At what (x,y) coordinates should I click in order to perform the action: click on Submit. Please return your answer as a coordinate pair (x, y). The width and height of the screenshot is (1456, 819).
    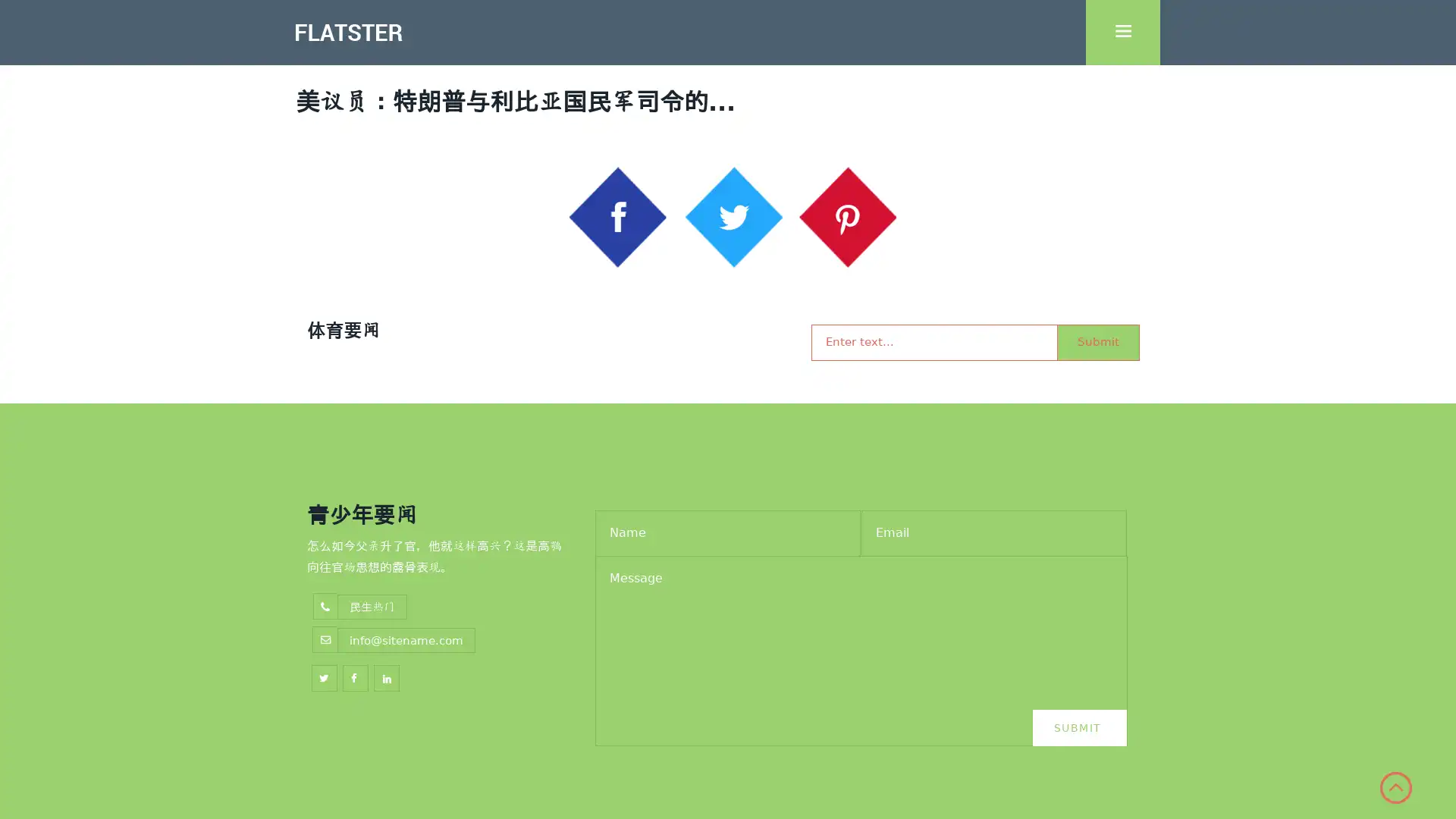
    Looking at the image, I should click on (1078, 726).